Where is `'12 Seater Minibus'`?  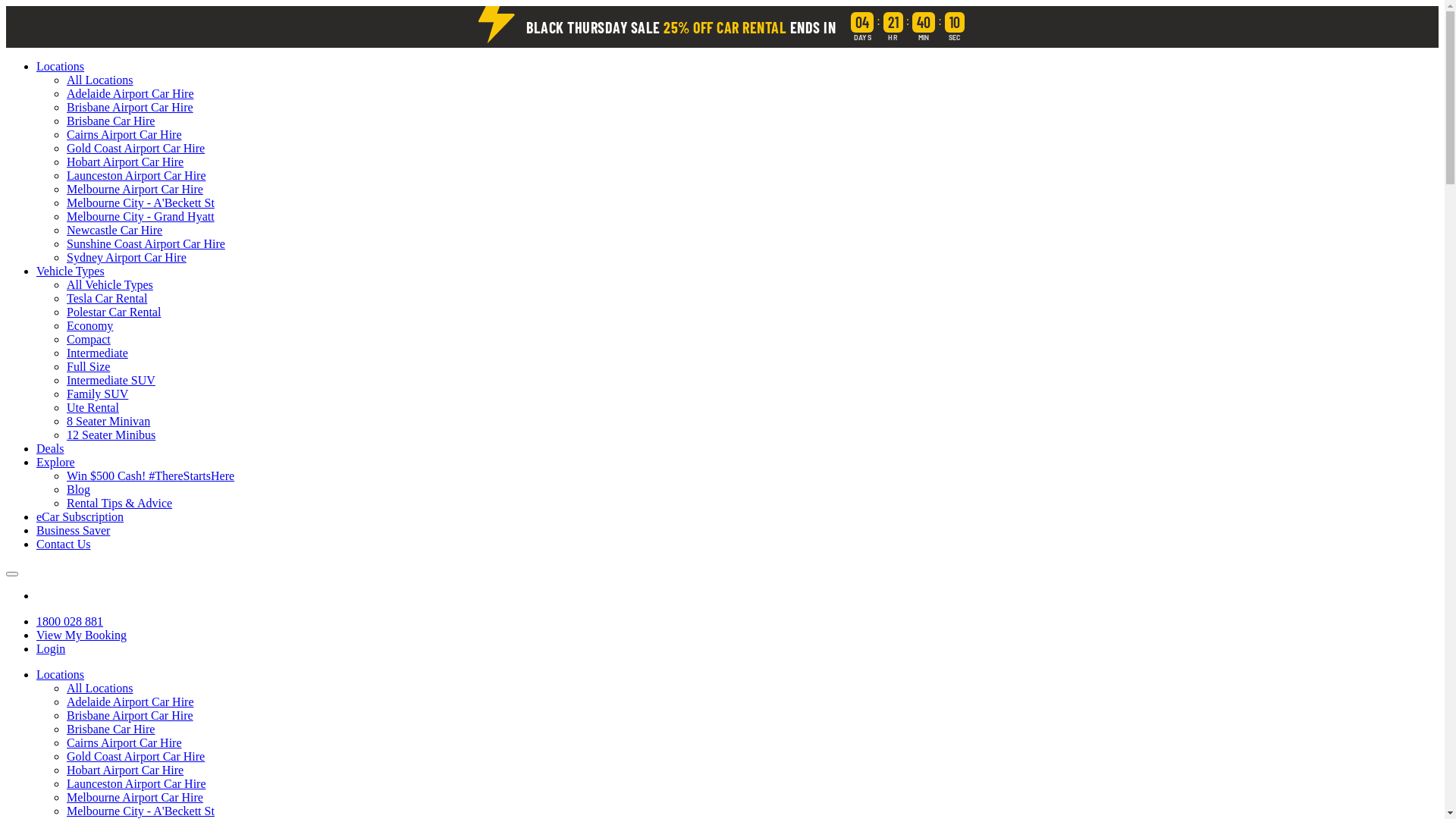 '12 Seater Minibus' is located at coordinates (110, 435).